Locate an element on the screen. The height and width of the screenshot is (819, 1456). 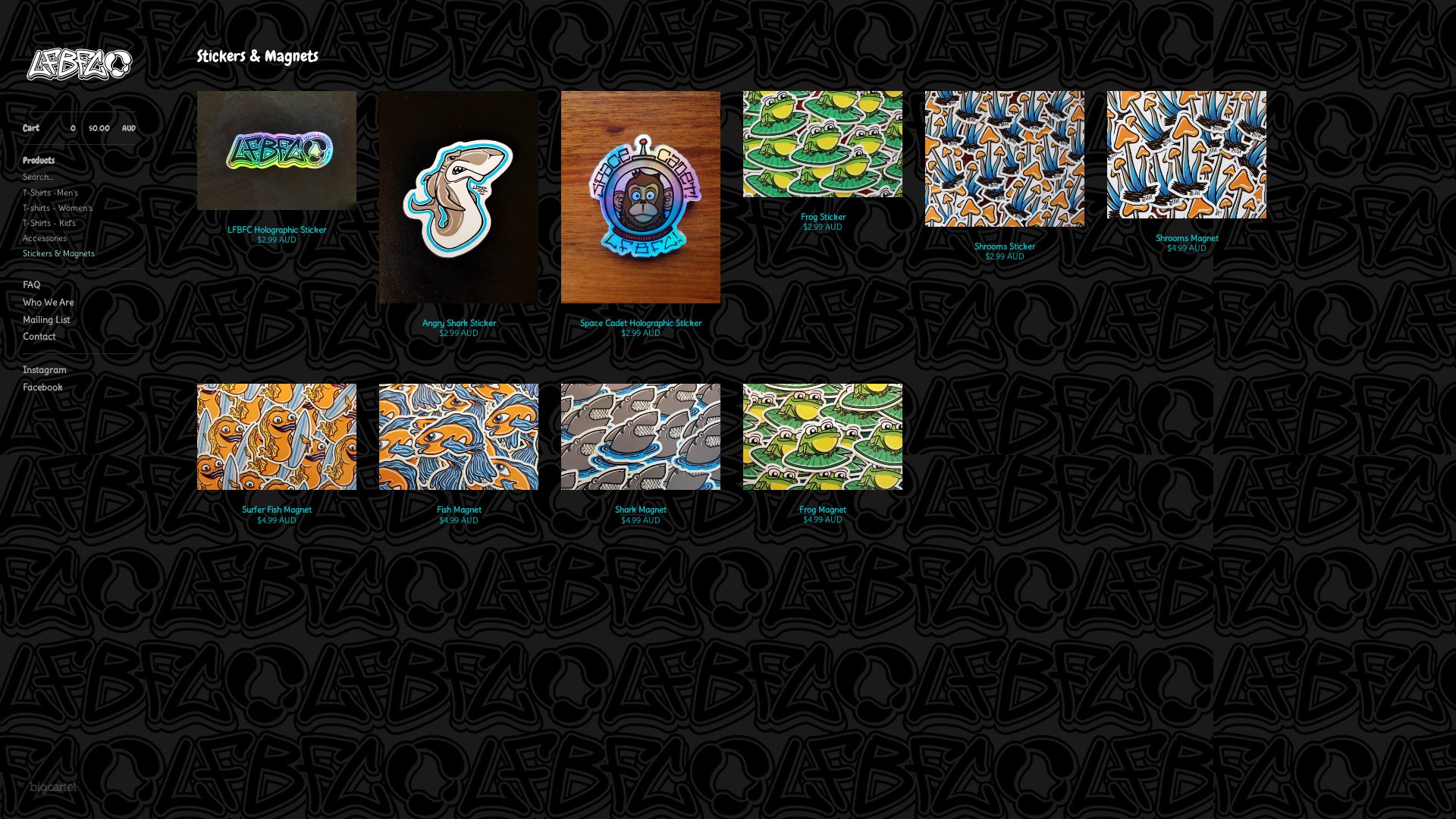
'Stickers & Magnets' is located at coordinates (78, 253).